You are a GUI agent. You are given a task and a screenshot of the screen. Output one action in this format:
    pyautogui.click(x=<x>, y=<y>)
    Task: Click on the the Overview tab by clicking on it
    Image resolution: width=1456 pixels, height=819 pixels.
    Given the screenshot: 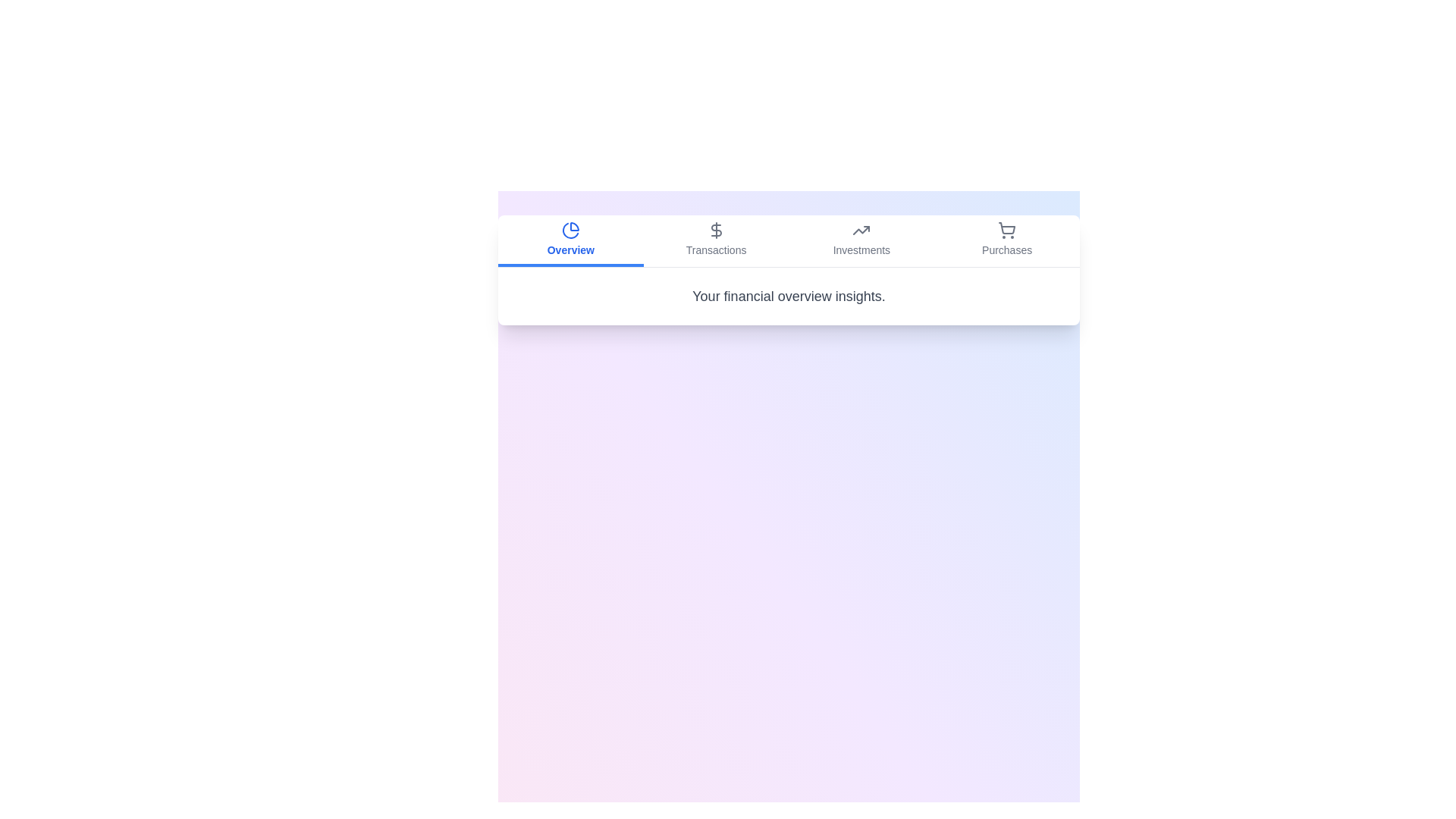 What is the action you would take?
    pyautogui.click(x=570, y=240)
    